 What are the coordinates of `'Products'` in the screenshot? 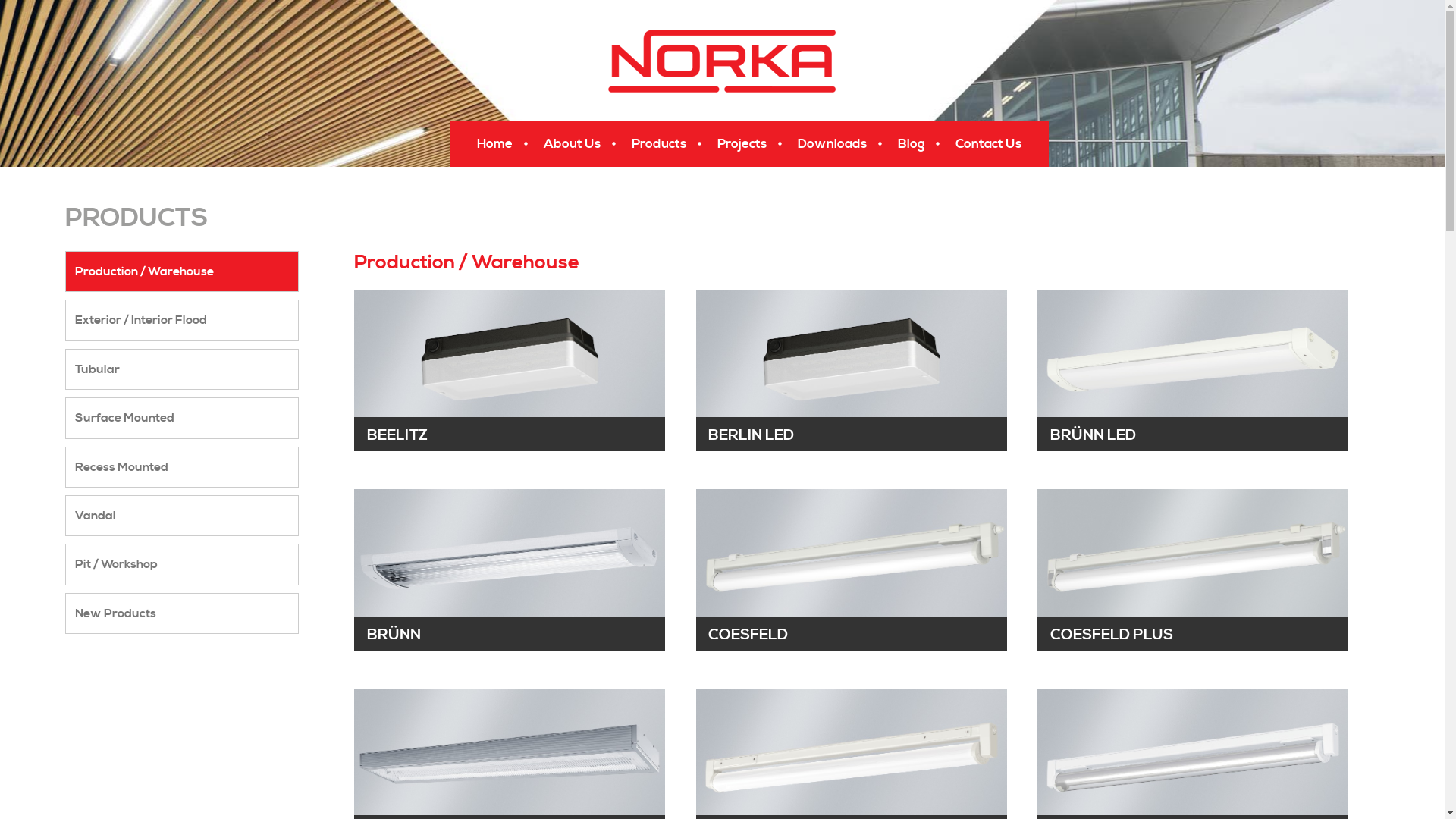 It's located at (660, 143).